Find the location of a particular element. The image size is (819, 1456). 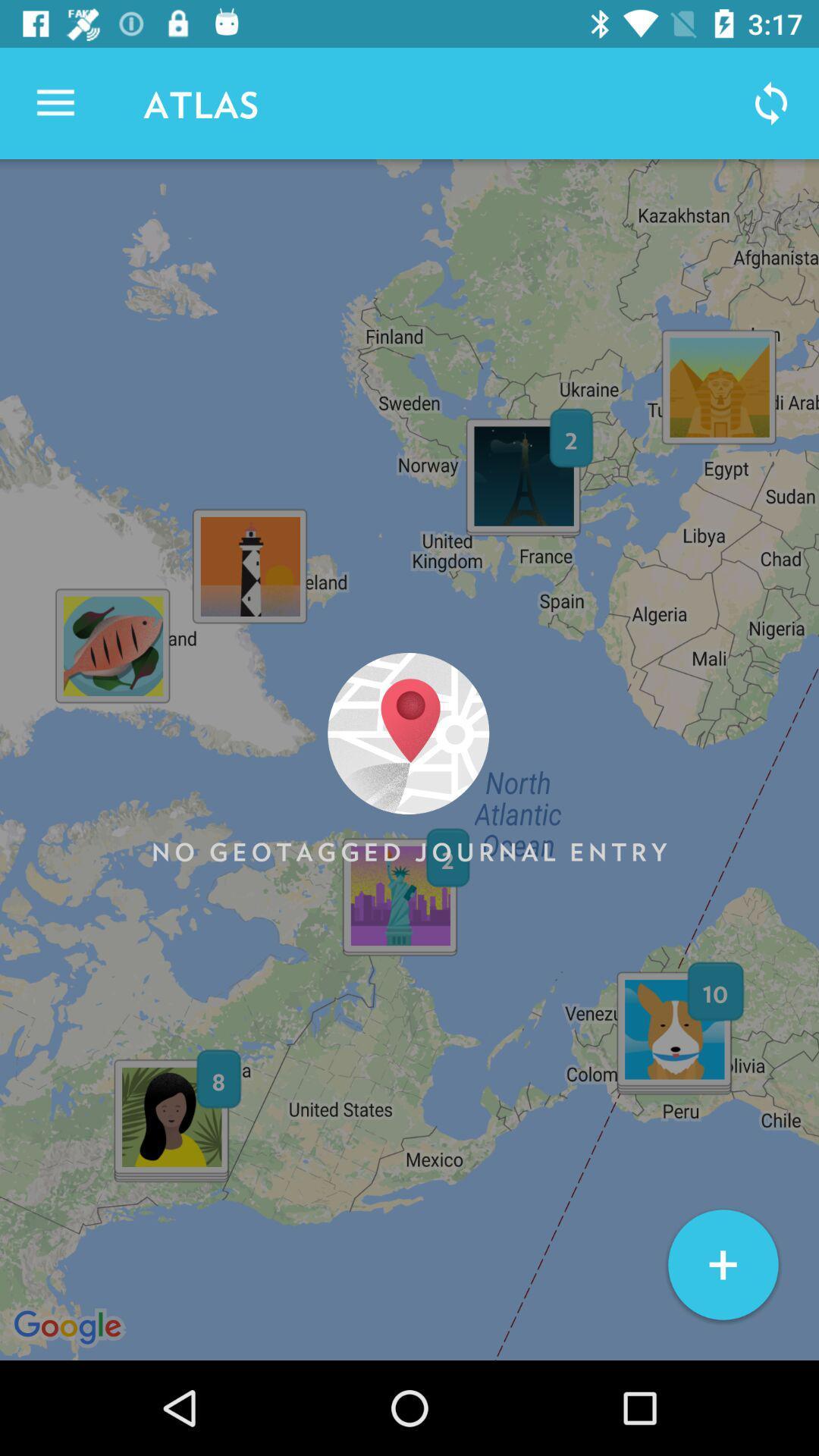

+ icon is located at coordinates (722, 1265).